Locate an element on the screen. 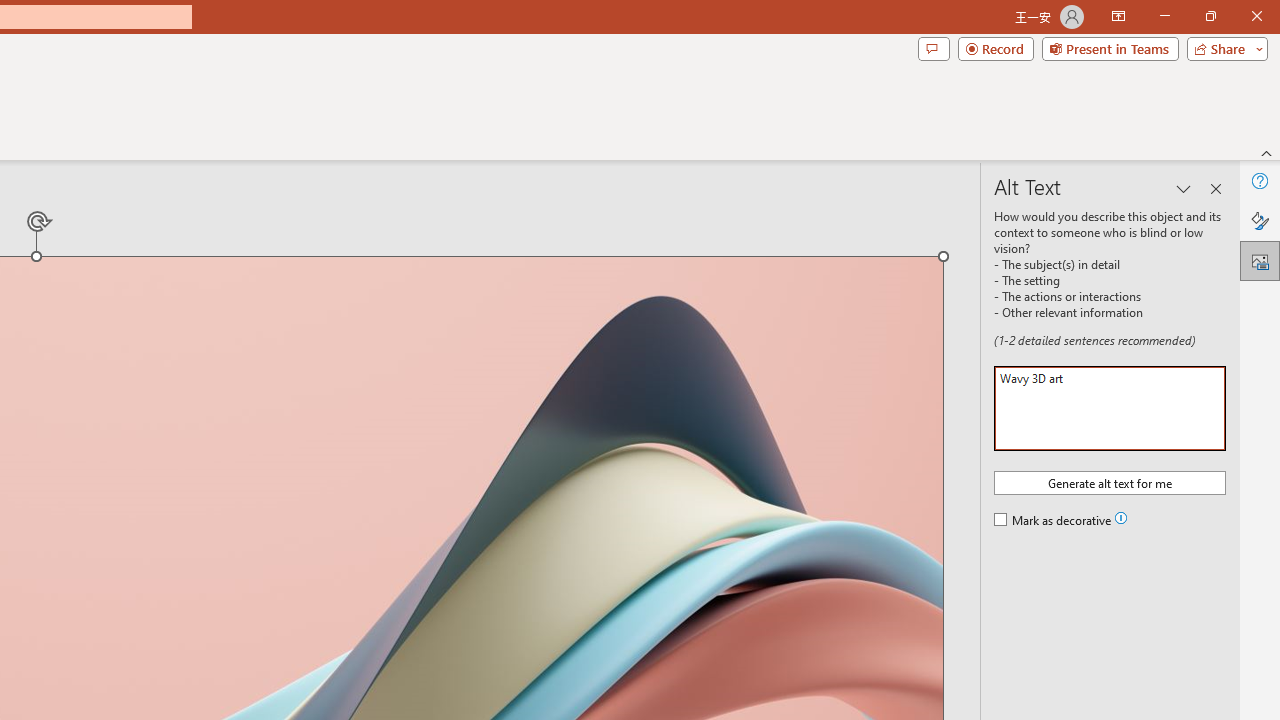 Image resolution: width=1280 pixels, height=720 pixels. 'Mark as decorative' is located at coordinates (1053, 520).